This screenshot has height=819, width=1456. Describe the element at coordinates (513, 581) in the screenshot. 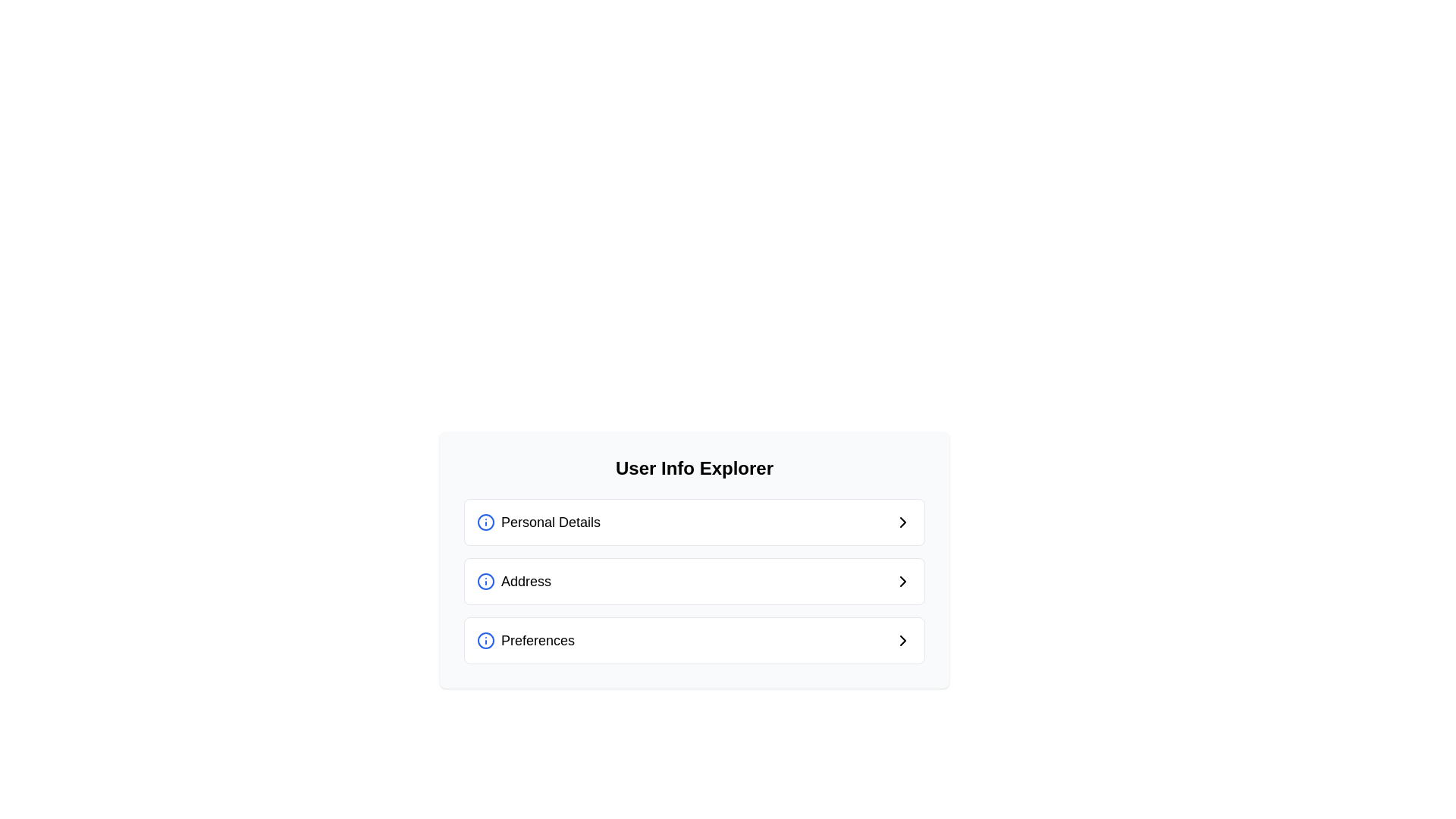

I see `the 'Address' label, which is the second item in the vertical list` at that location.